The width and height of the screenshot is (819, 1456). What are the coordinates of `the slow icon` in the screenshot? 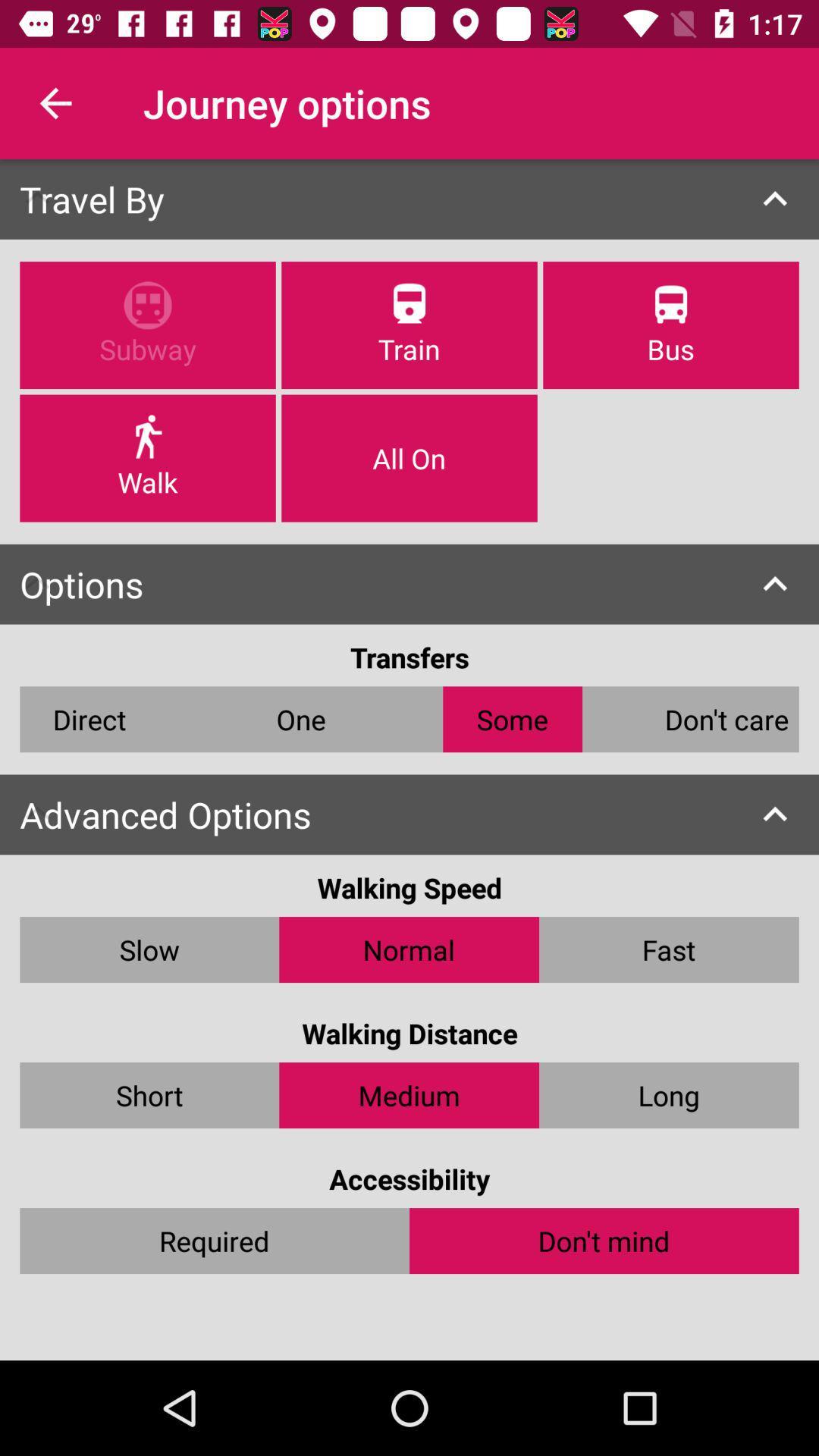 It's located at (149, 949).